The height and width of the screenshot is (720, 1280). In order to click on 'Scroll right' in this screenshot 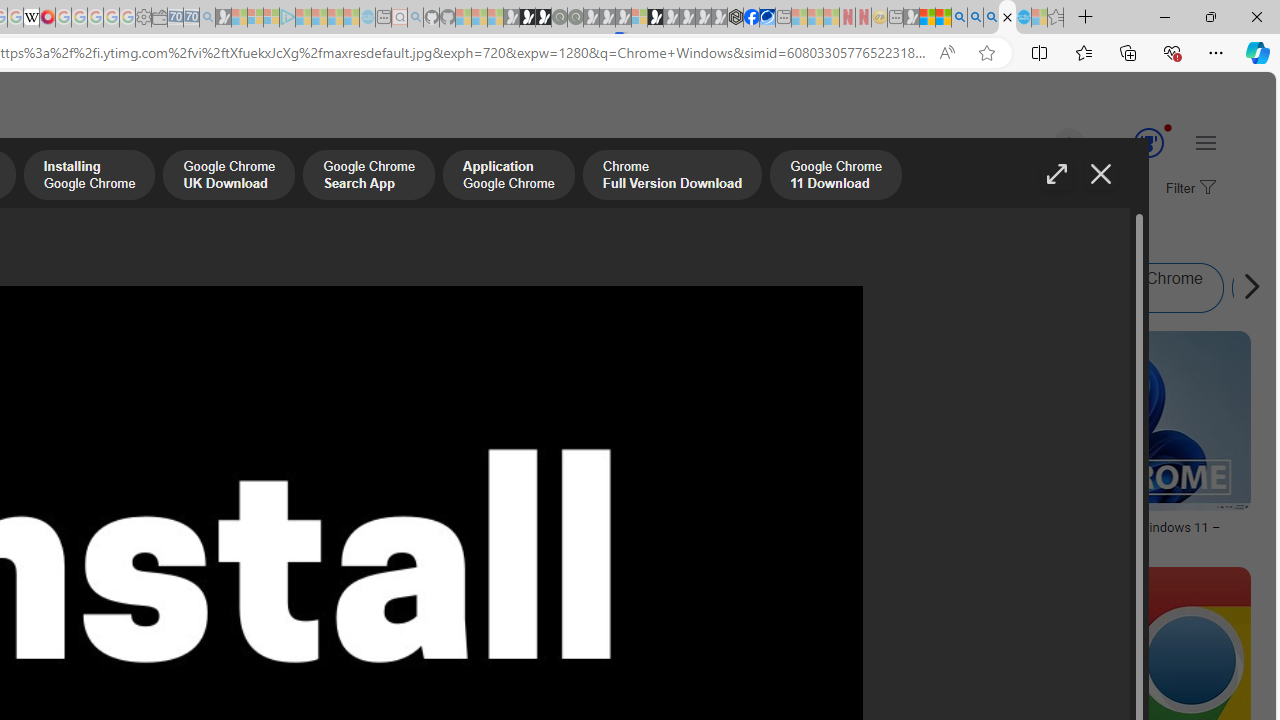, I will do `click(1245, 288)`.